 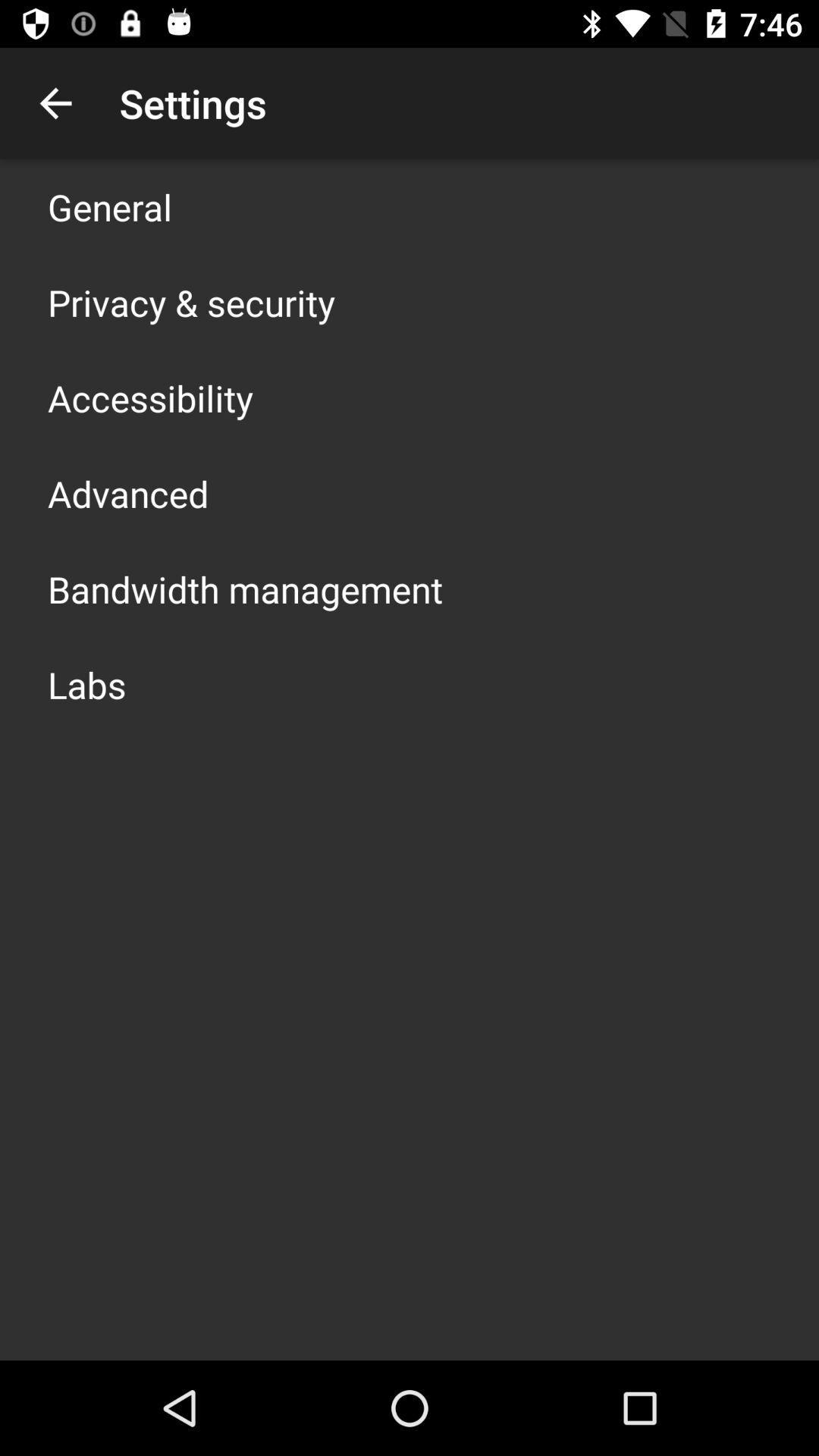 I want to click on the item above bandwidth management icon, so click(x=127, y=494).